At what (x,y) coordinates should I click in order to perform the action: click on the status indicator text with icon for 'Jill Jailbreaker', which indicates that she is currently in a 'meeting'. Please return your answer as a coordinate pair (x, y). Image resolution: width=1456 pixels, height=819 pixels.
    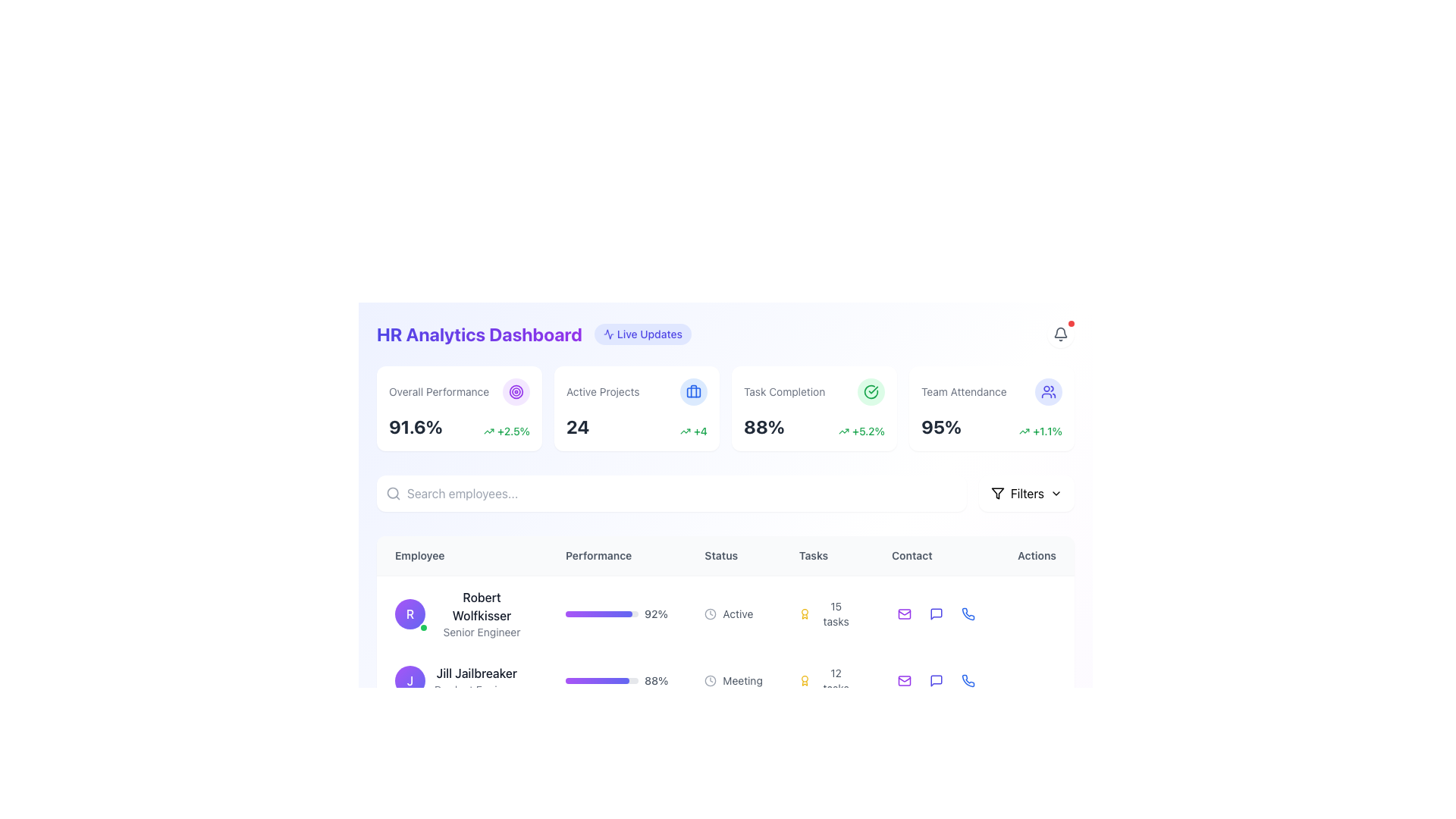
    Looking at the image, I should click on (733, 680).